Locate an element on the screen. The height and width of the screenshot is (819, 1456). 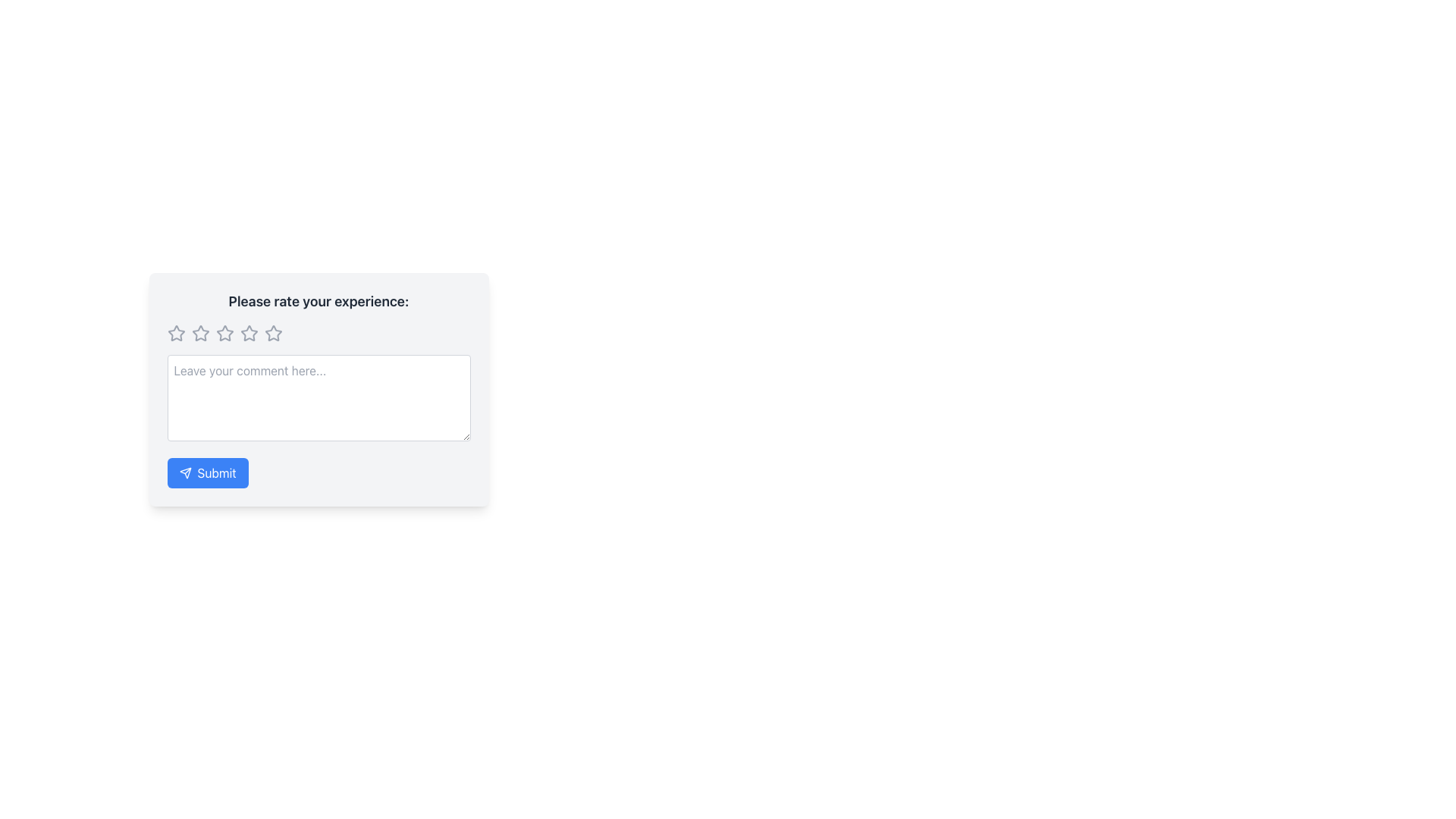
the fourth star-shaped icon from the left, which has a gray outline and is part of a rating feature is located at coordinates (249, 332).